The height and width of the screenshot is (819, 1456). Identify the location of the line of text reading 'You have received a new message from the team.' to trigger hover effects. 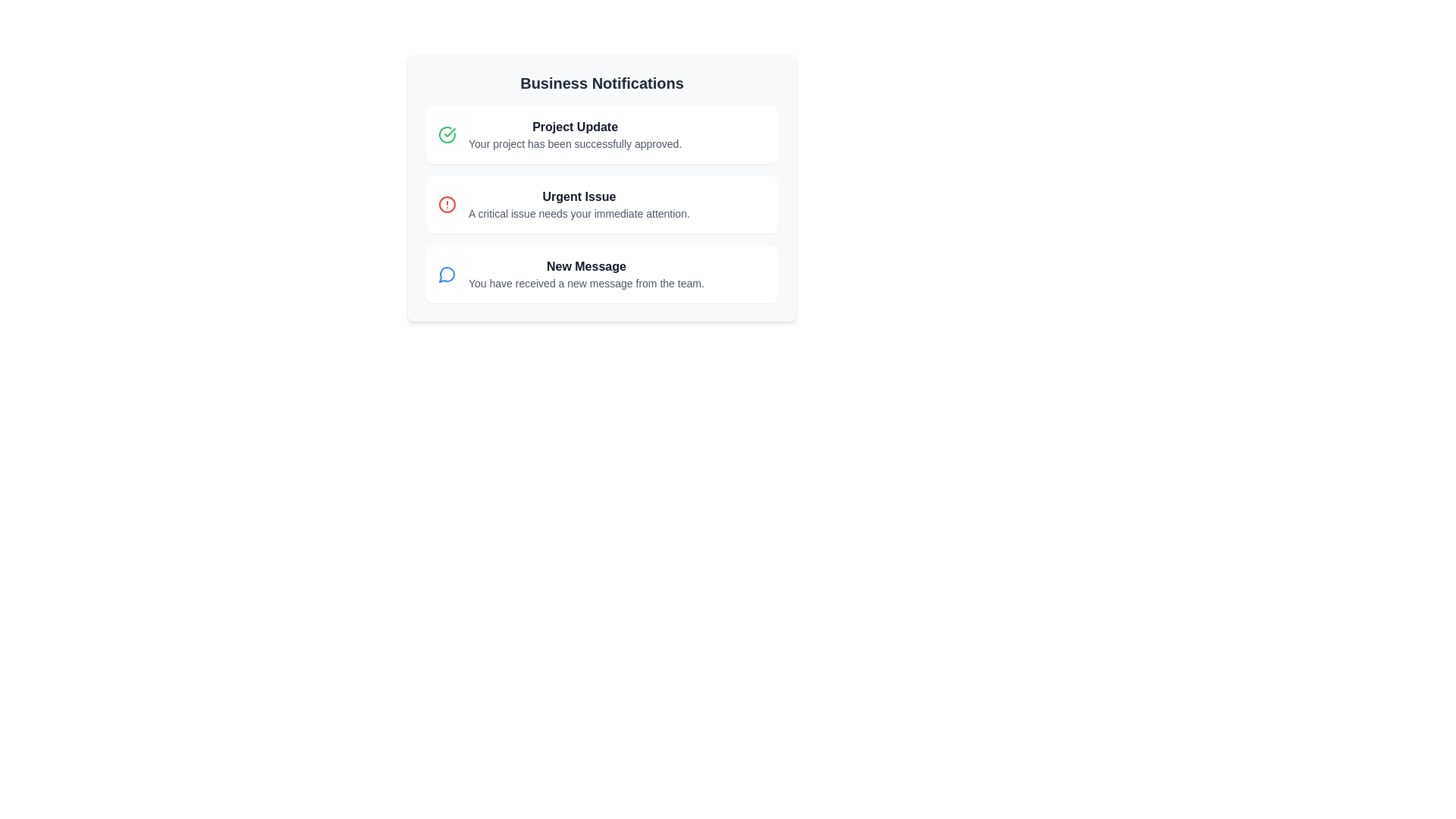
(585, 284).